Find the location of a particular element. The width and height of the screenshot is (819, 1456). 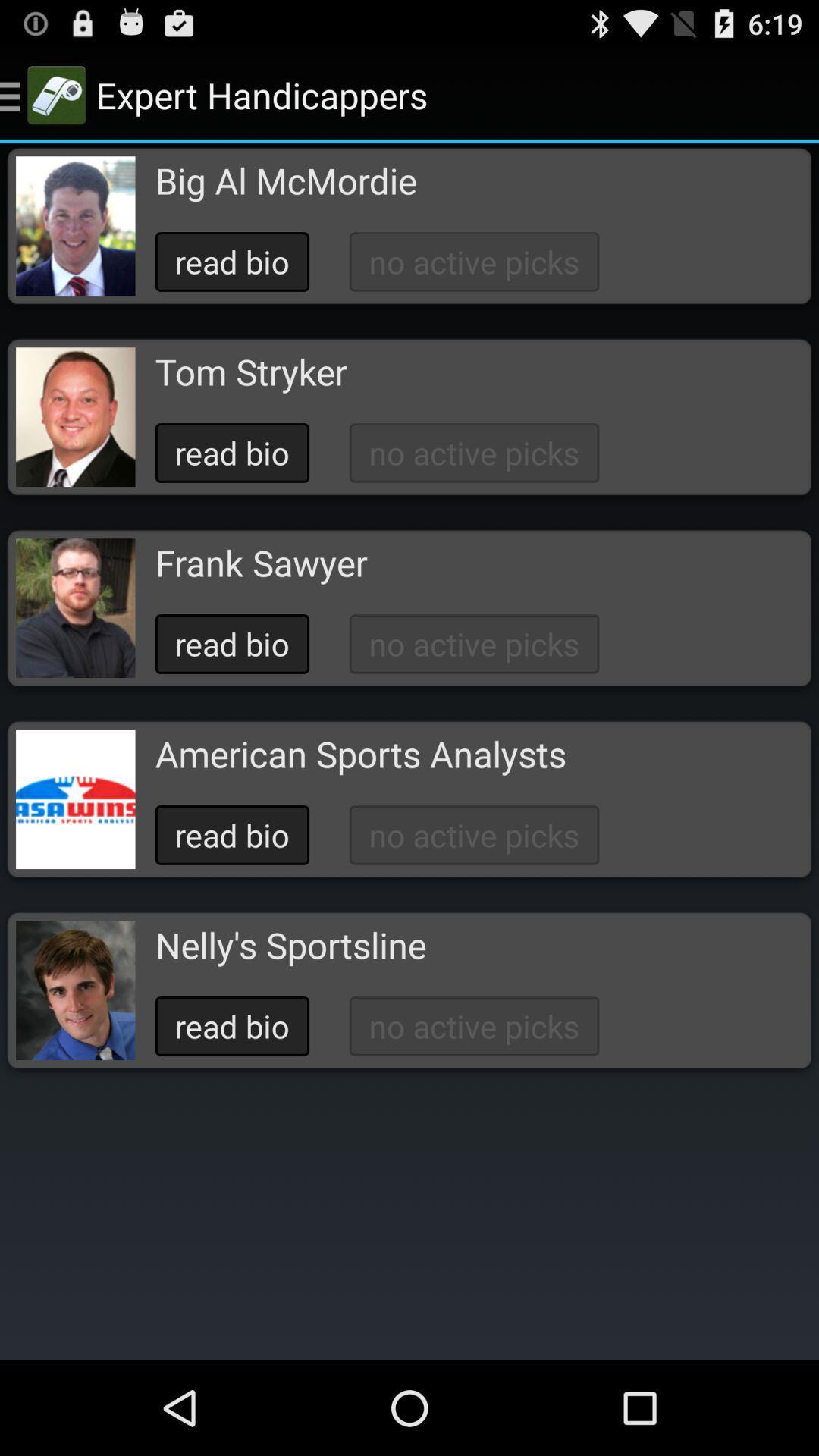

big al mcmordie app is located at coordinates (286, 180).